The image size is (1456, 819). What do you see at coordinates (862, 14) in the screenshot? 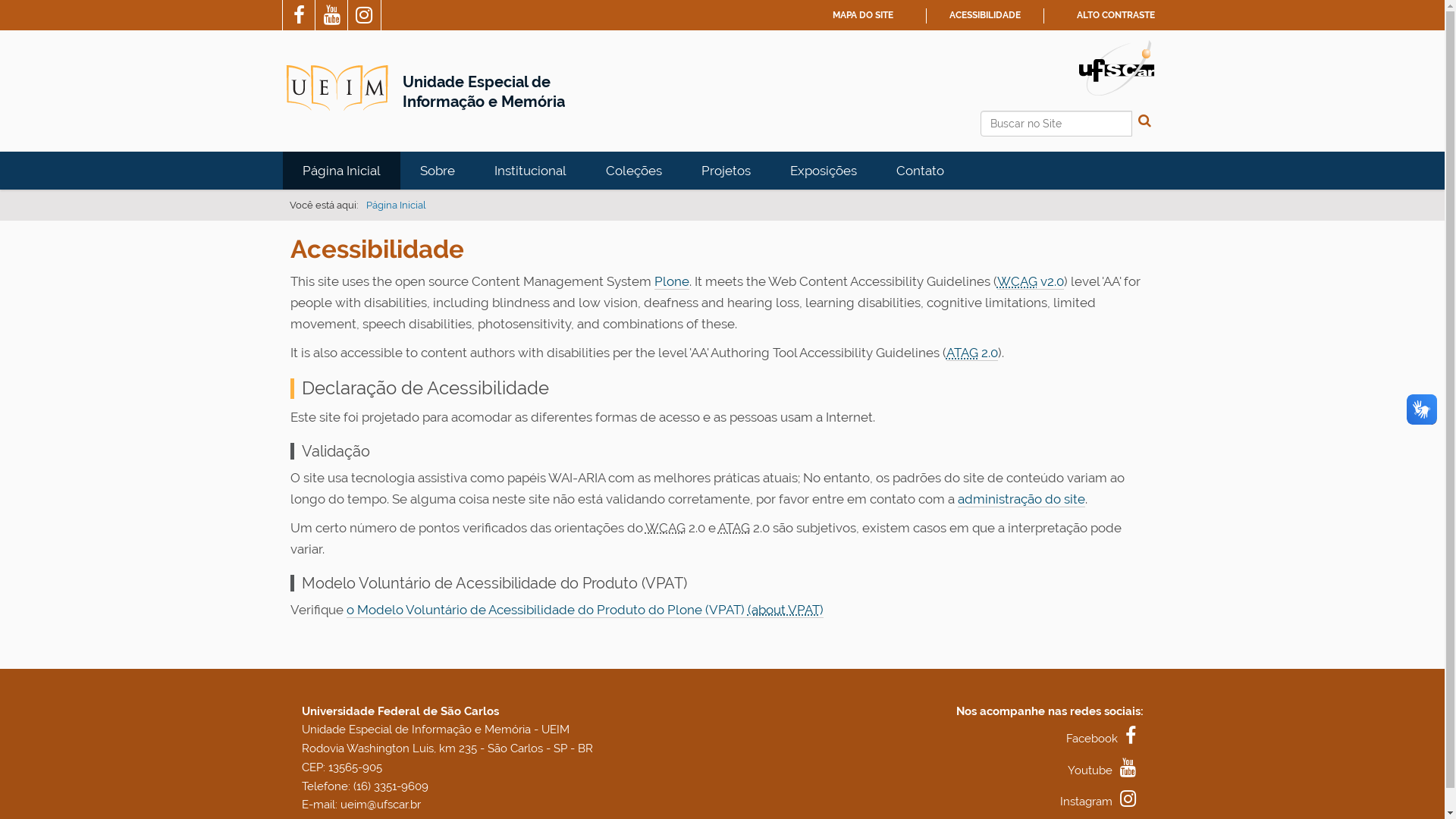
I see `'MAPA DO SITE'` at bounding box center [862, 14].